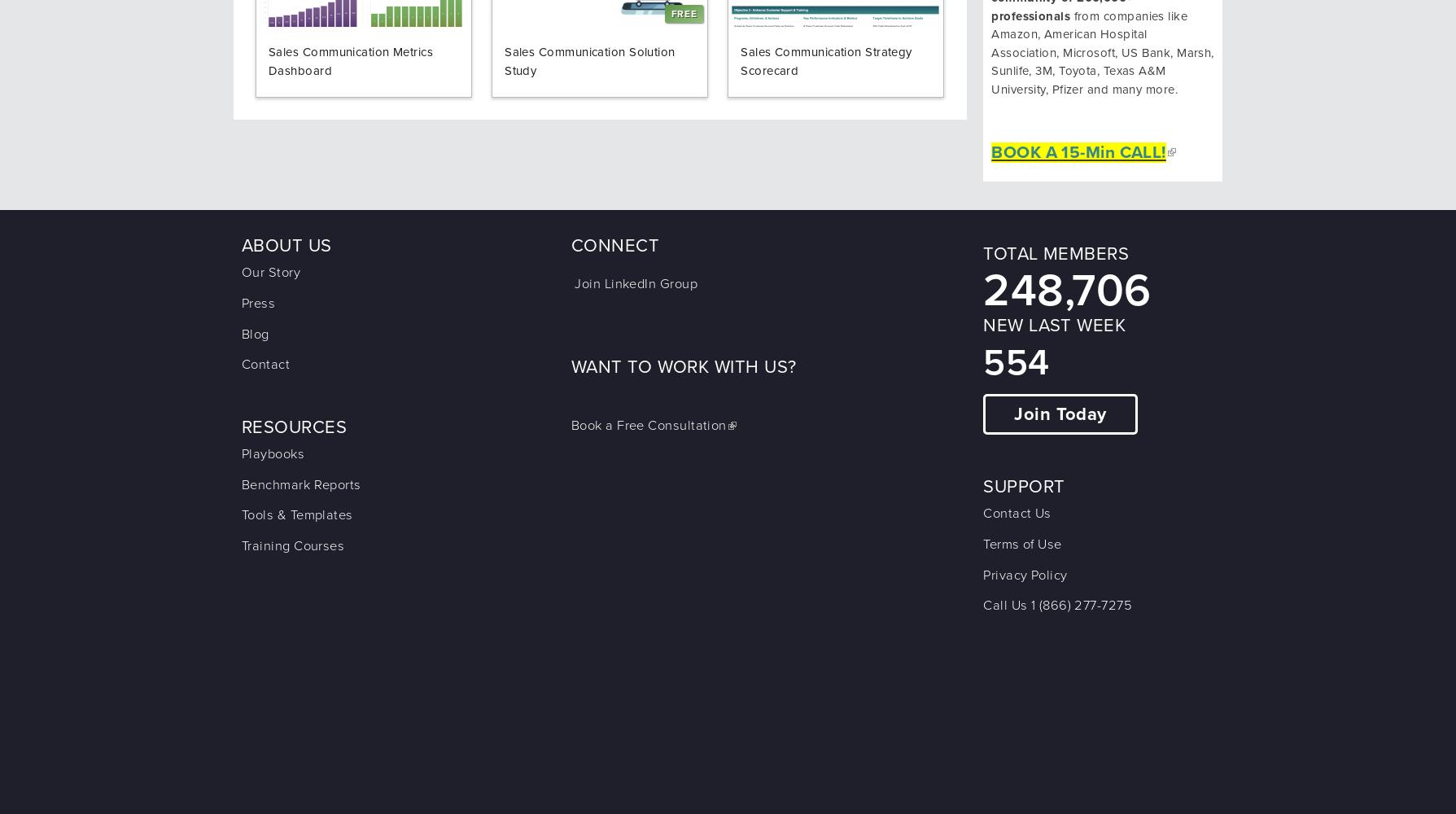  I want to click on 'Our Story', so click(241, 272).